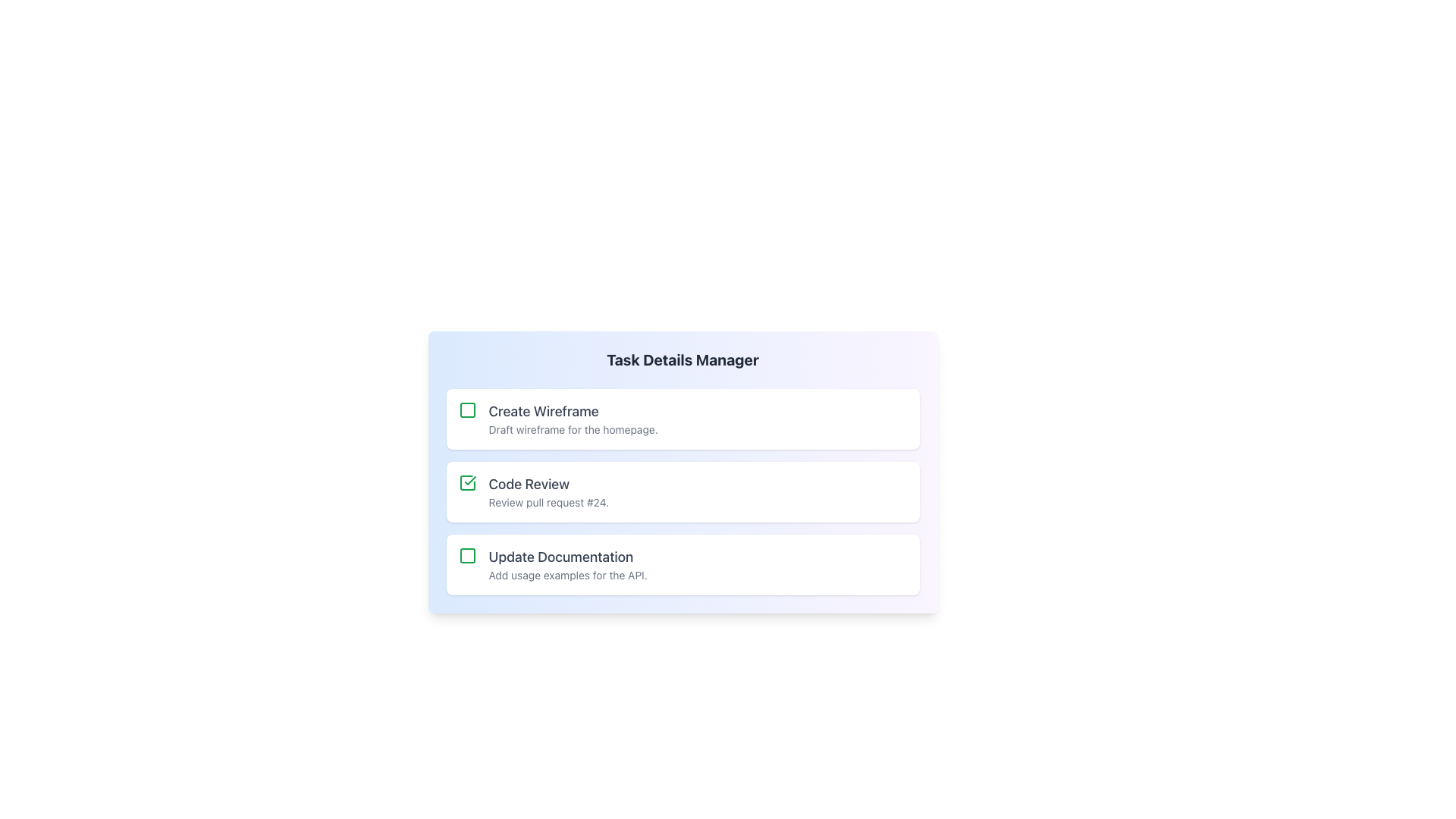 The image size is (1456, 819). Describe the element at coordinates (466, 555) in the screenshot. I see `the inner square of the checkbox related to the 'Update Documentation' task, which serves as a visual indicator of its checked or unchecked state` at that location.